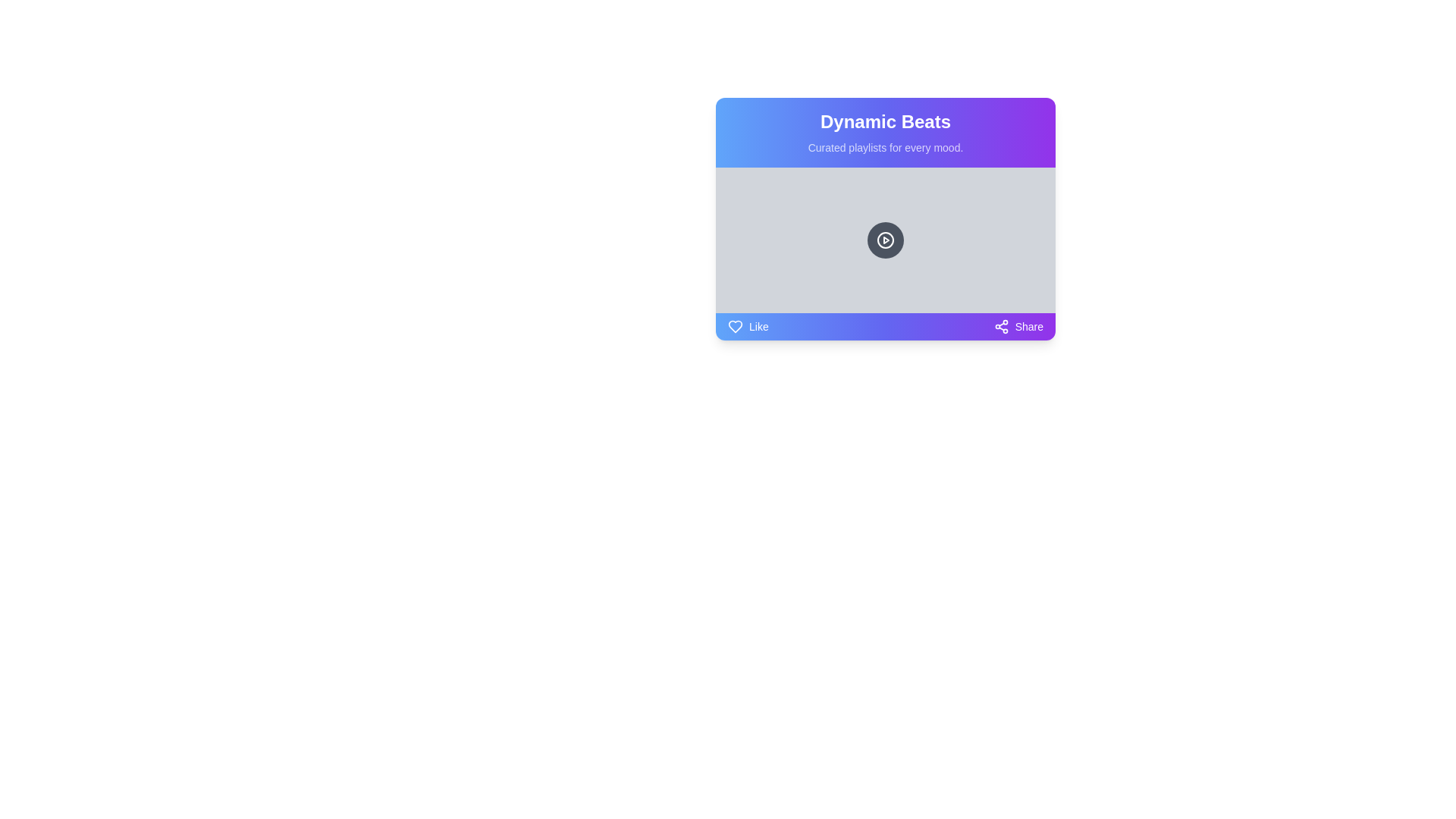  What do you see at coordinates (885, 239) in the screenshot?
I see `the inner circle of the play button located at the center of the 'Dynamic Beats' card` at bounding box center [885, 239].